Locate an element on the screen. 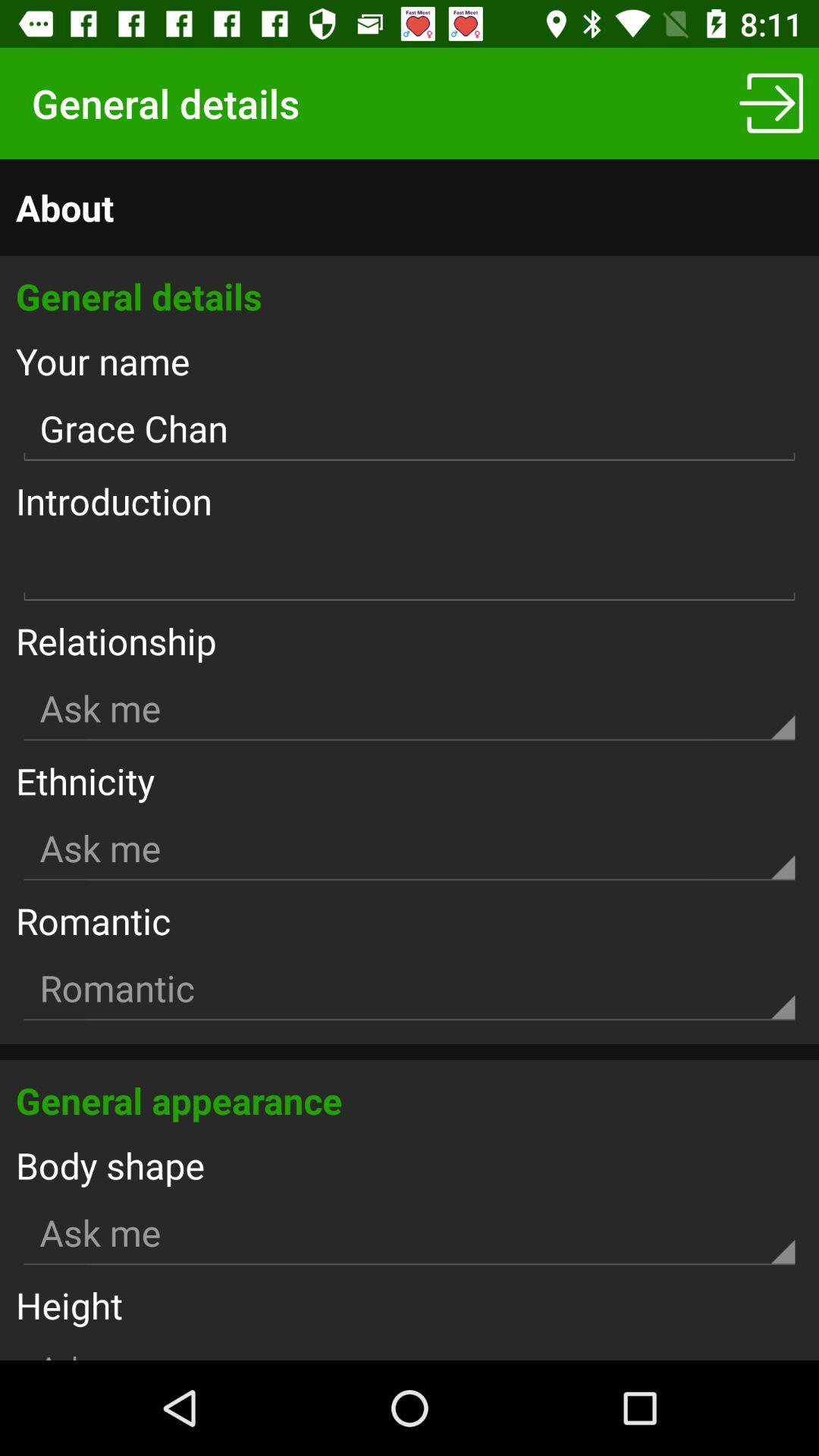 The width and height of the screenshot is (819, 1456). the button at the right bottom corner of the page is located at coordinates (771, 103).